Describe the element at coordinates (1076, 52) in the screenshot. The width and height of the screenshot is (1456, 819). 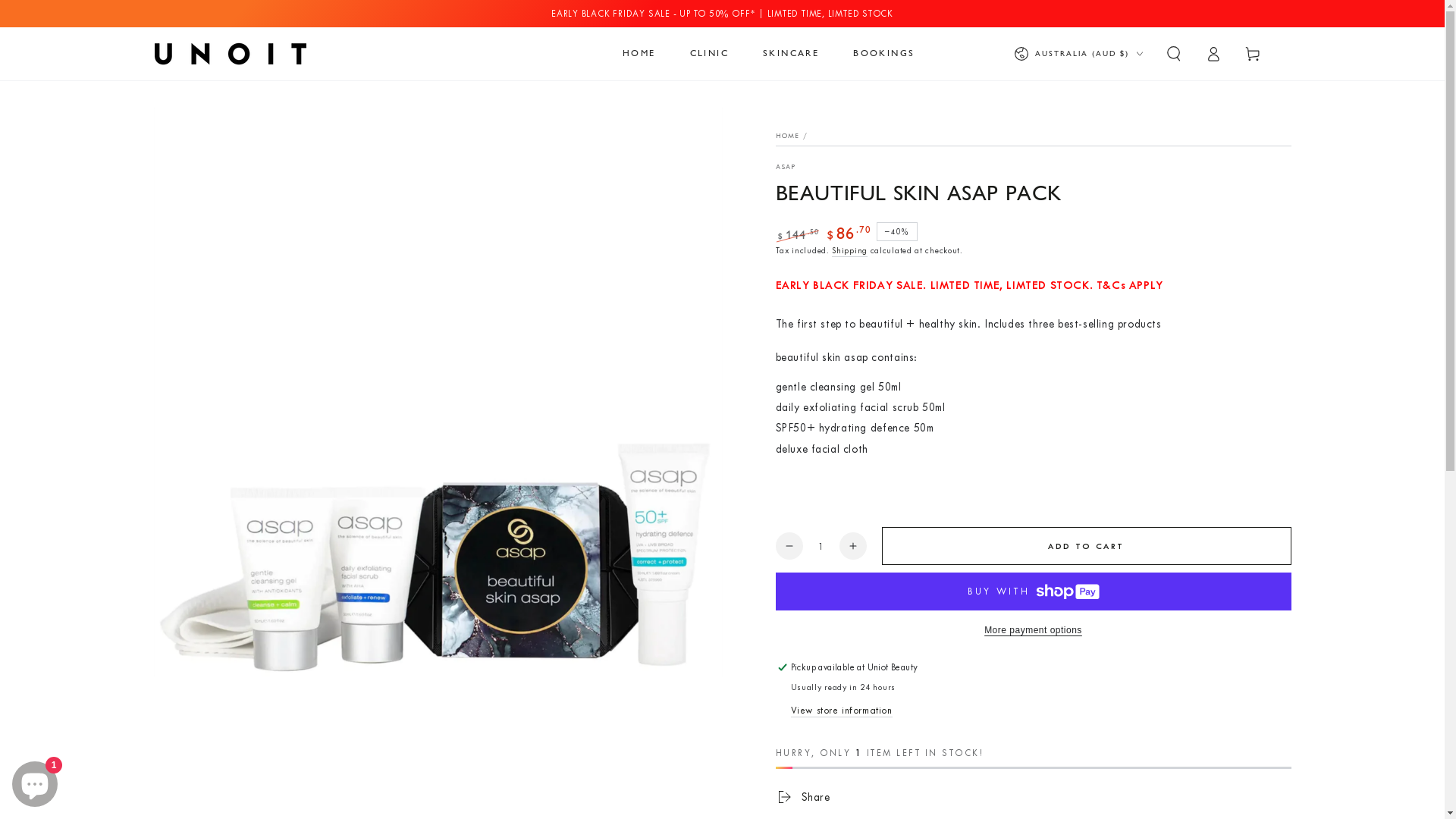
I see `'AUSTRALIA (AUD $)'` at that location.